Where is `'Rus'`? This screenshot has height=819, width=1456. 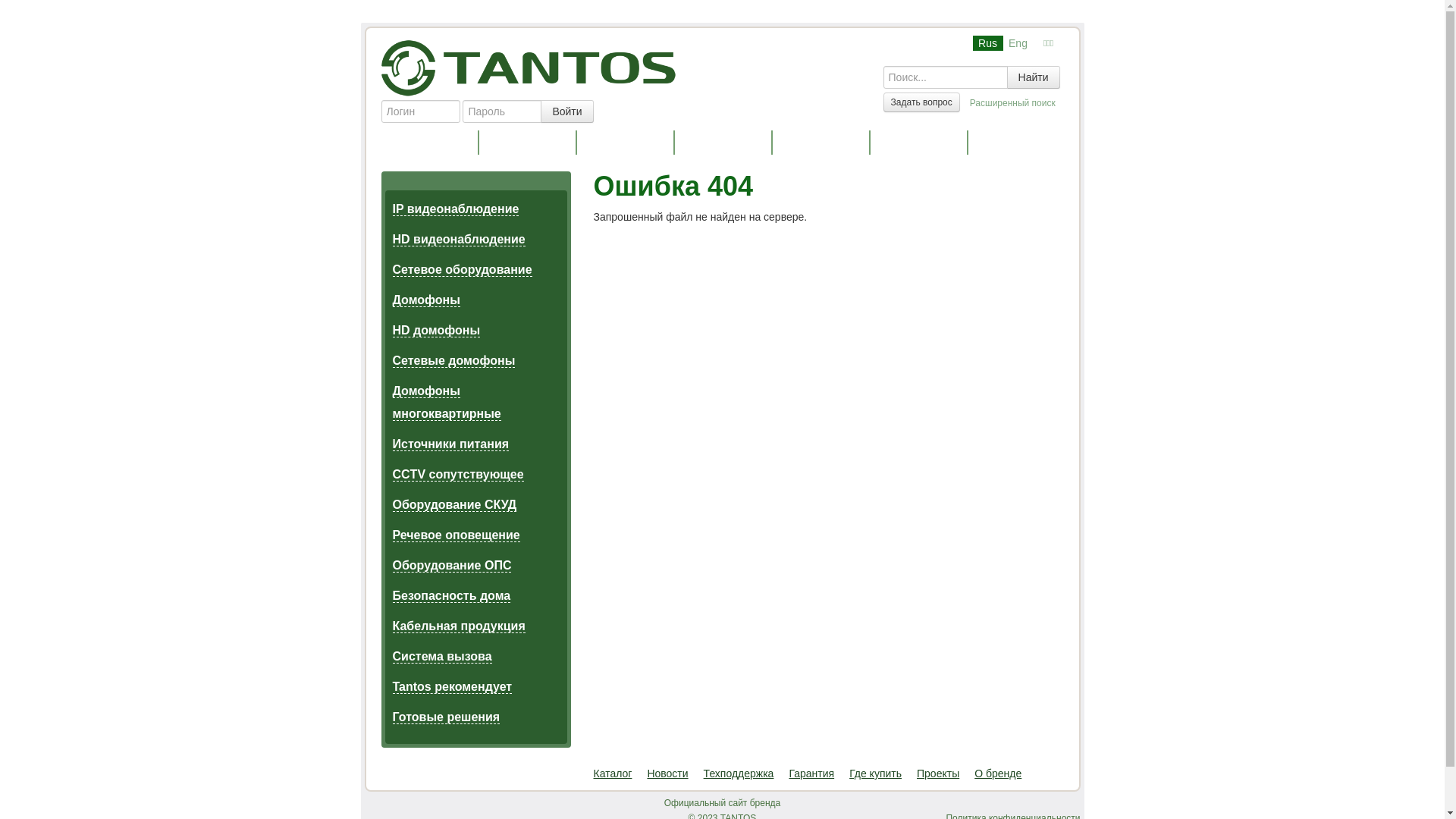 'Rus' is located at coordinates (987, 42).